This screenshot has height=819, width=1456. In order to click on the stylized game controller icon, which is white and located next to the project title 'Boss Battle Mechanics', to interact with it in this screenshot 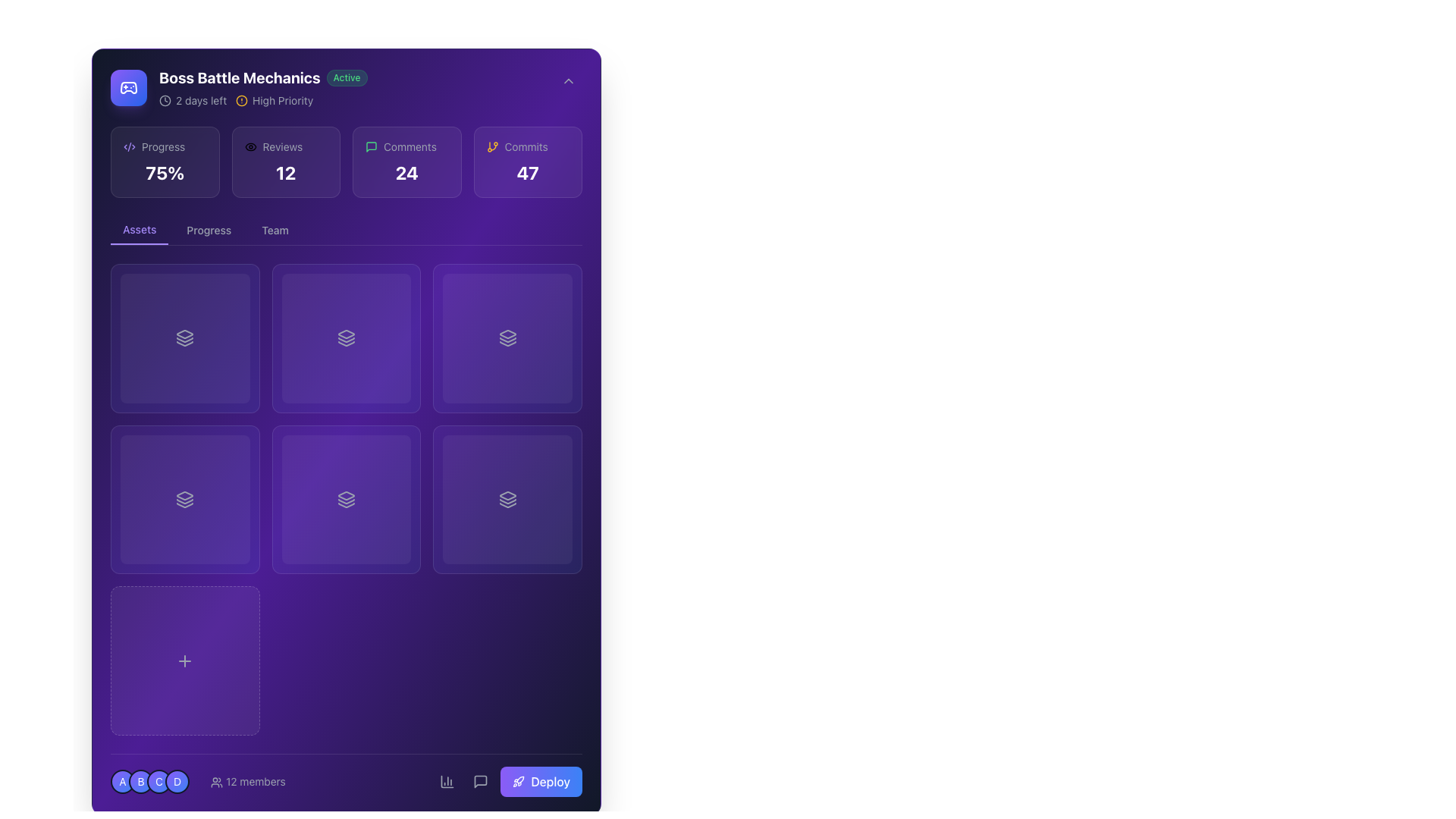, I will do `click(128, 87)`.